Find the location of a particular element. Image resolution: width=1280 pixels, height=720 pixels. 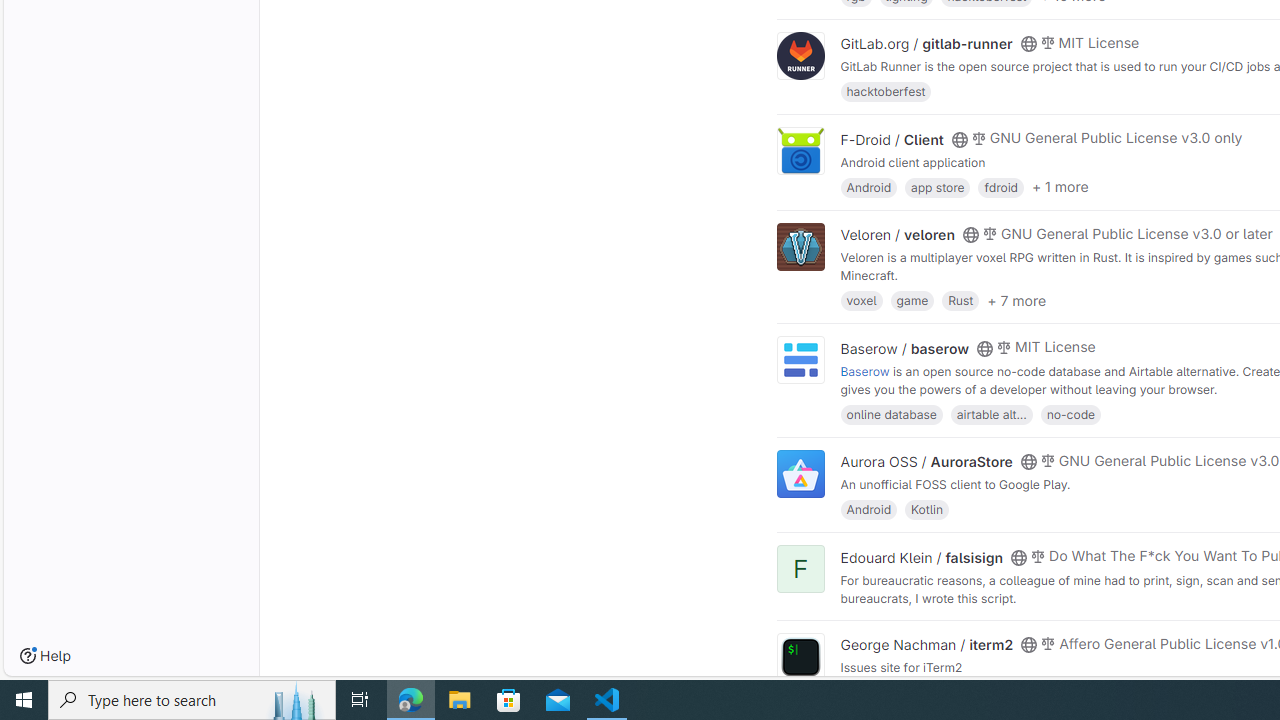

'app store' is located at coordinates (937, 186).